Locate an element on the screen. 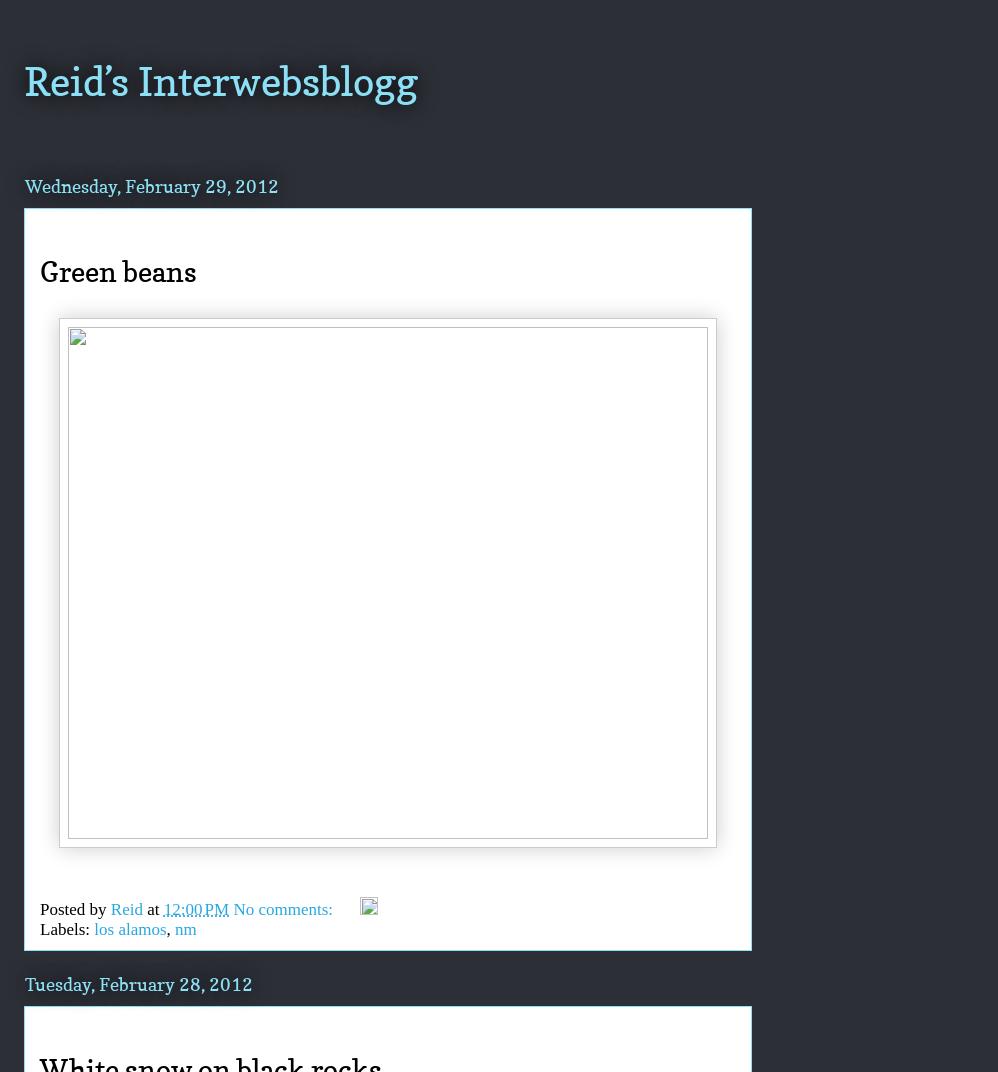 This screenshot has width=998, height=1072. '12:00 PM' is located at coordinates (195, 908).